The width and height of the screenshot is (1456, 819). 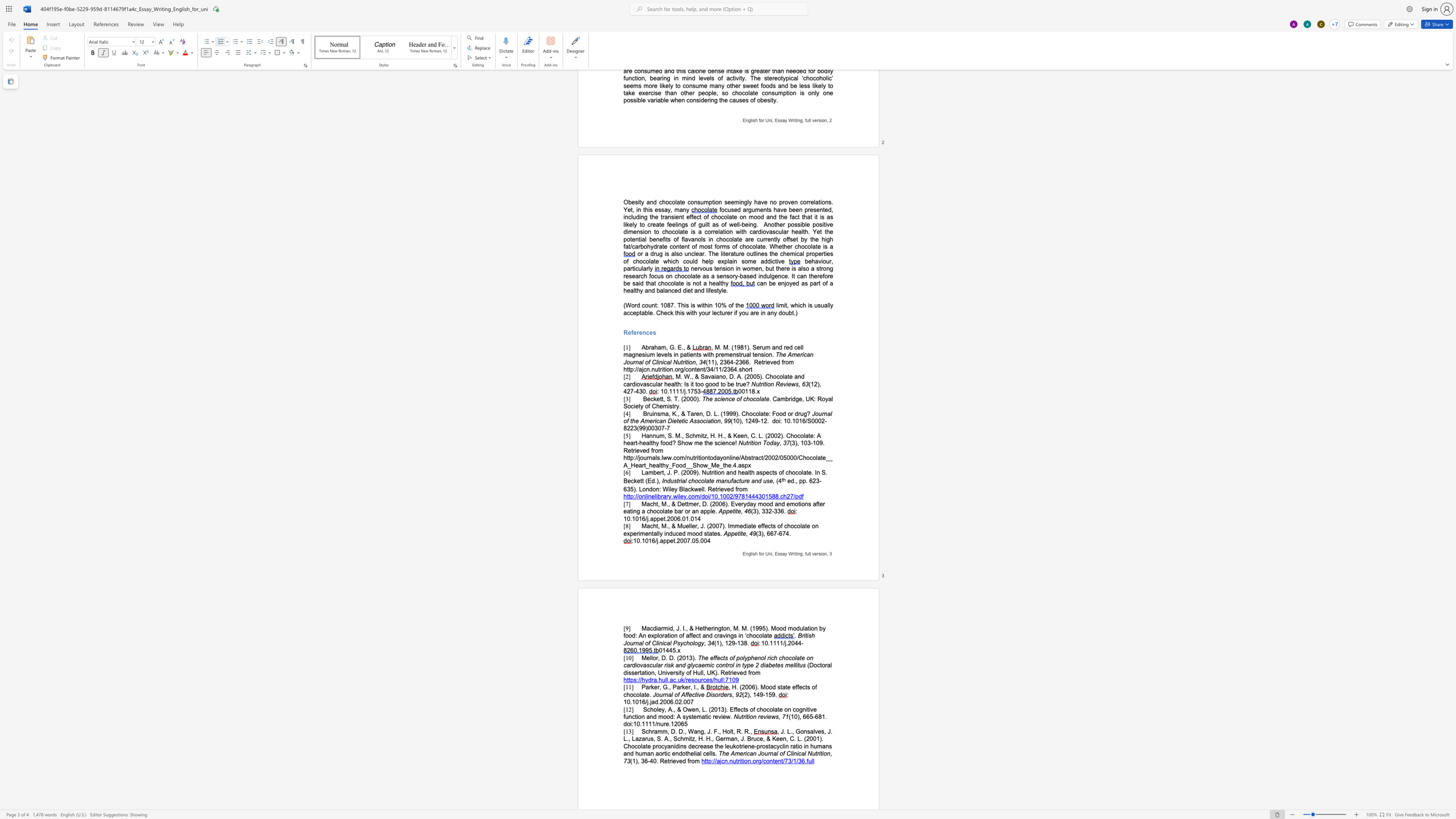 I want to click on the space between the continuous character "5" and "9" in the text, so click(x=771, y=694).